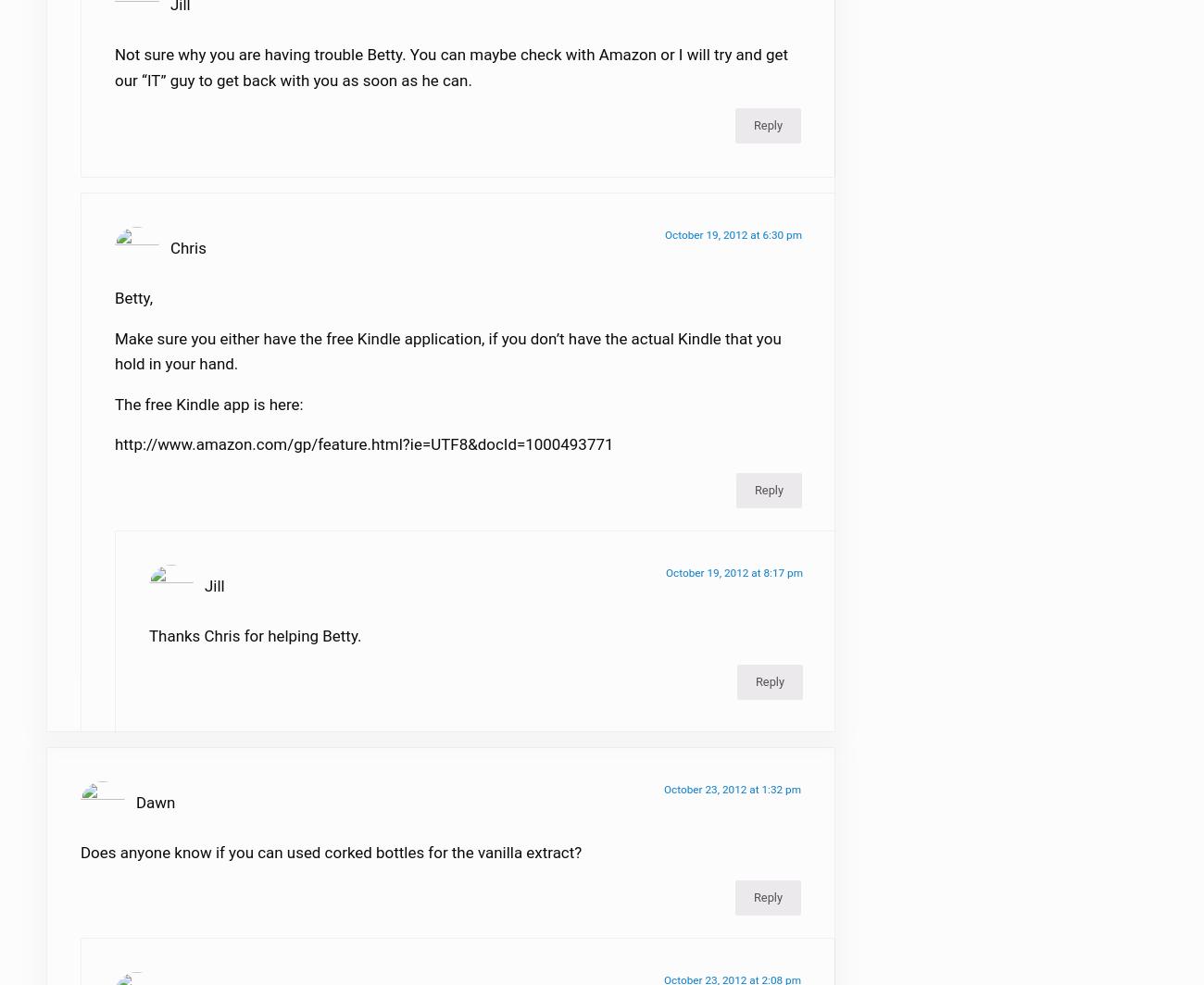 The width and height of the screenshot is (1204, 985). I want to click on 'October 23, 2012 at 1:32 pm', so click(732, 801).